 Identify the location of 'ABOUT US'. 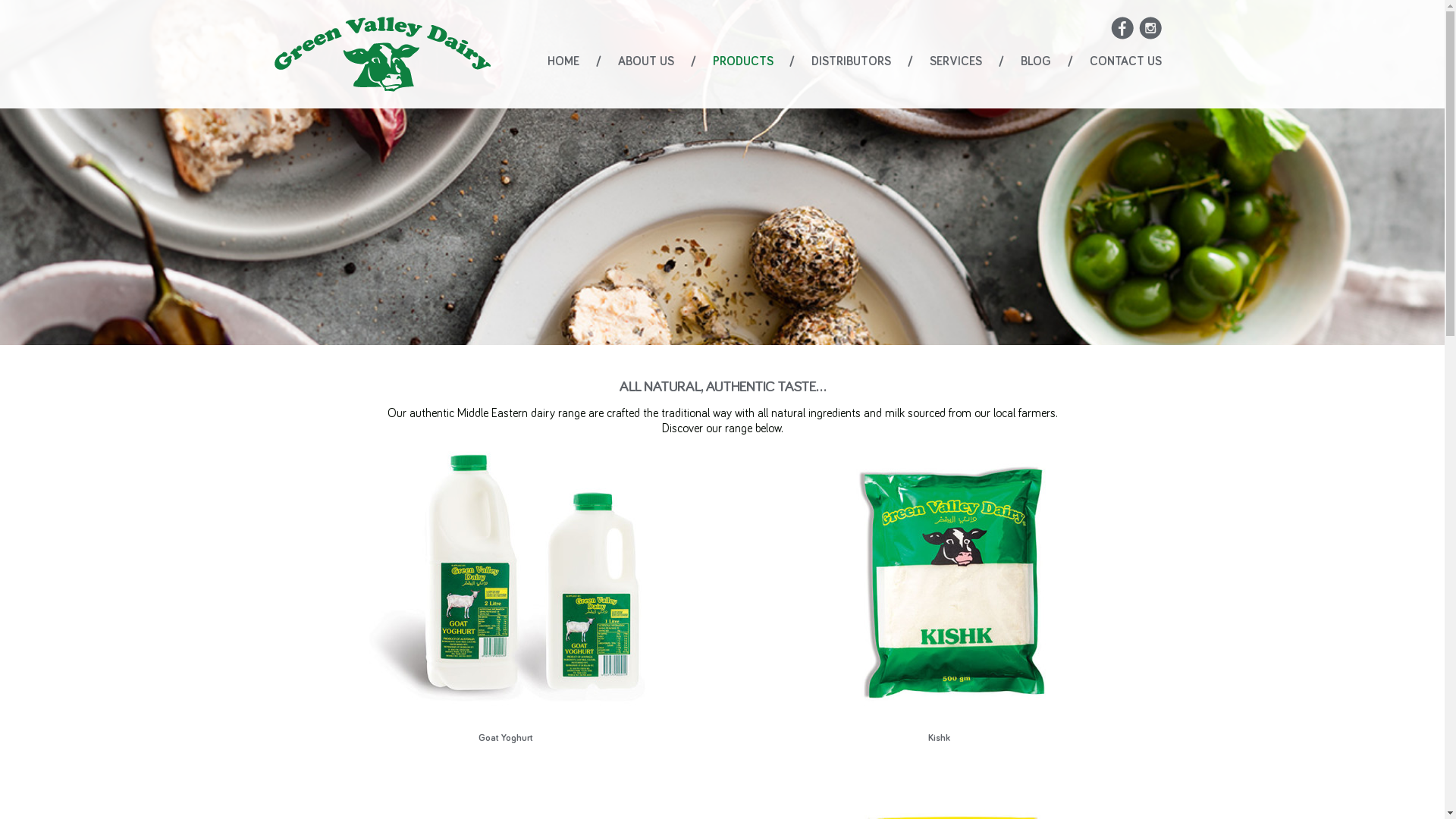
(645, 61).